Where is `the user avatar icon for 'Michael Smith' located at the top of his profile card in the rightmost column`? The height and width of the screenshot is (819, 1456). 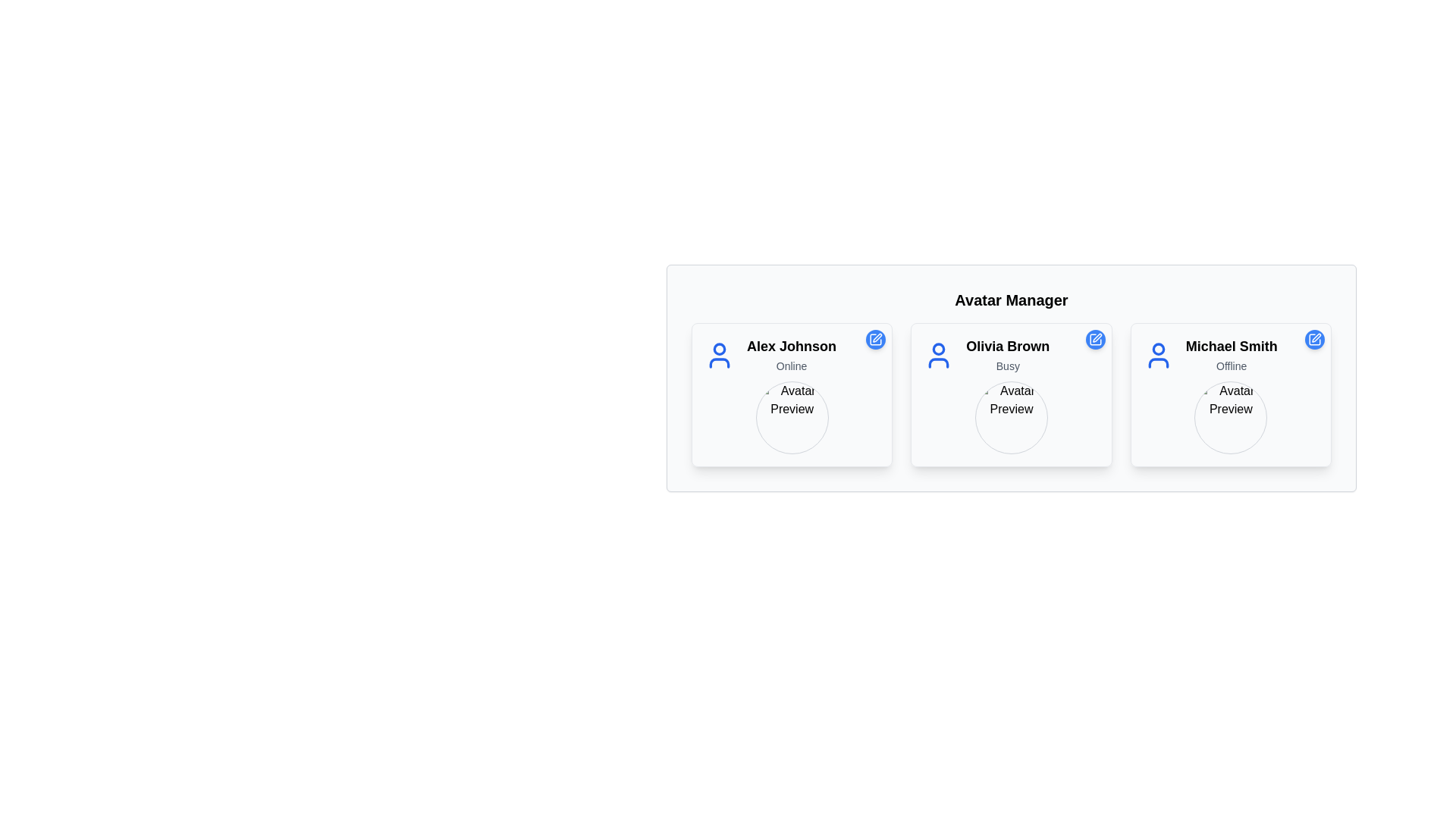 the user avatar icon for 'Michael Smith' located at the top of his profile card in the rightmost column is located at coordinates (1157, 356).